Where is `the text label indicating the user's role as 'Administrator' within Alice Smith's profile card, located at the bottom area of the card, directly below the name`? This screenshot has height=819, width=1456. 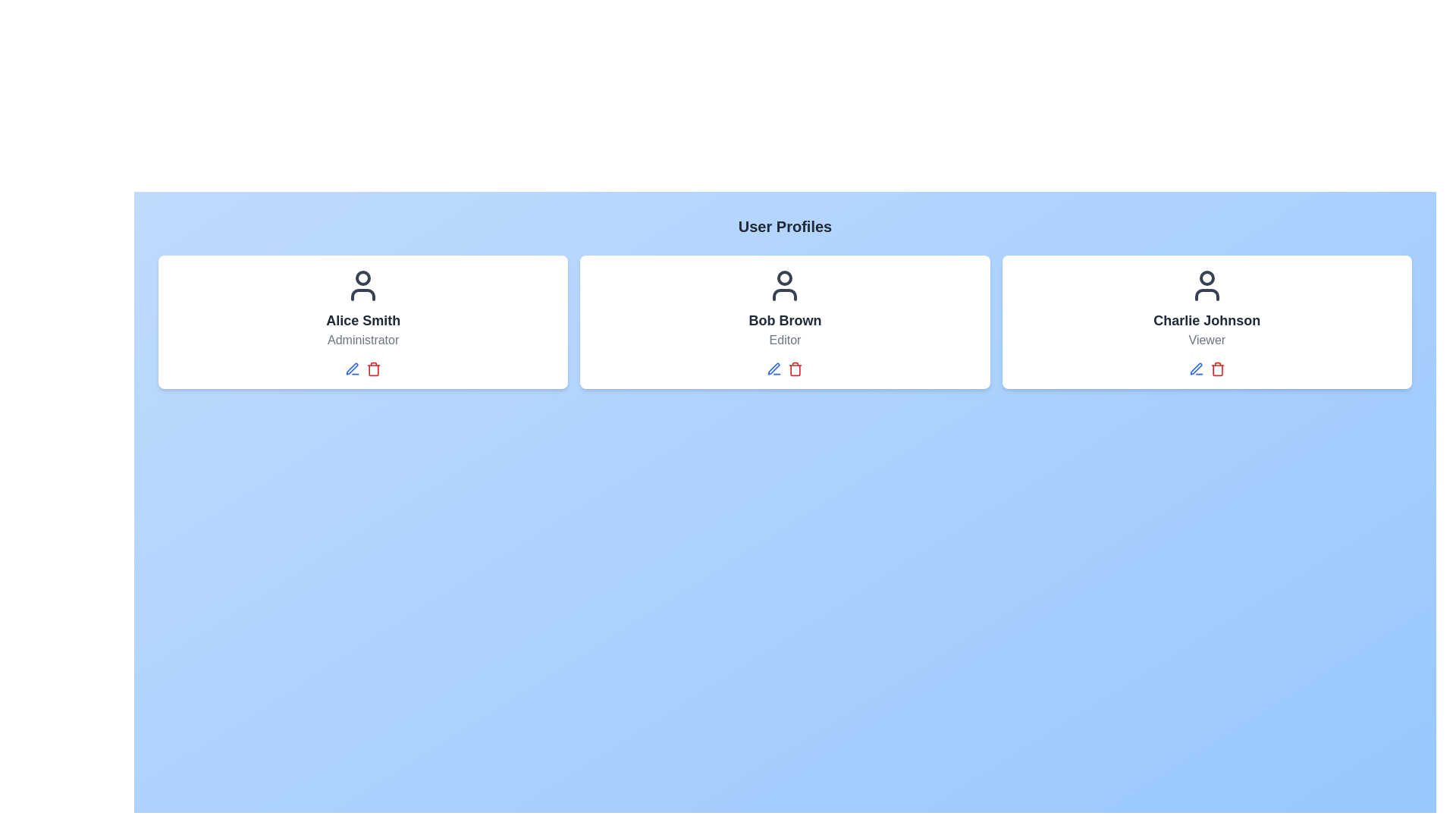
the text label indicating the user's role as 'Administrator' within Alice Smith's profile card, located at the bottom area of the card, directly below the name is located at coordinates (362, 339).